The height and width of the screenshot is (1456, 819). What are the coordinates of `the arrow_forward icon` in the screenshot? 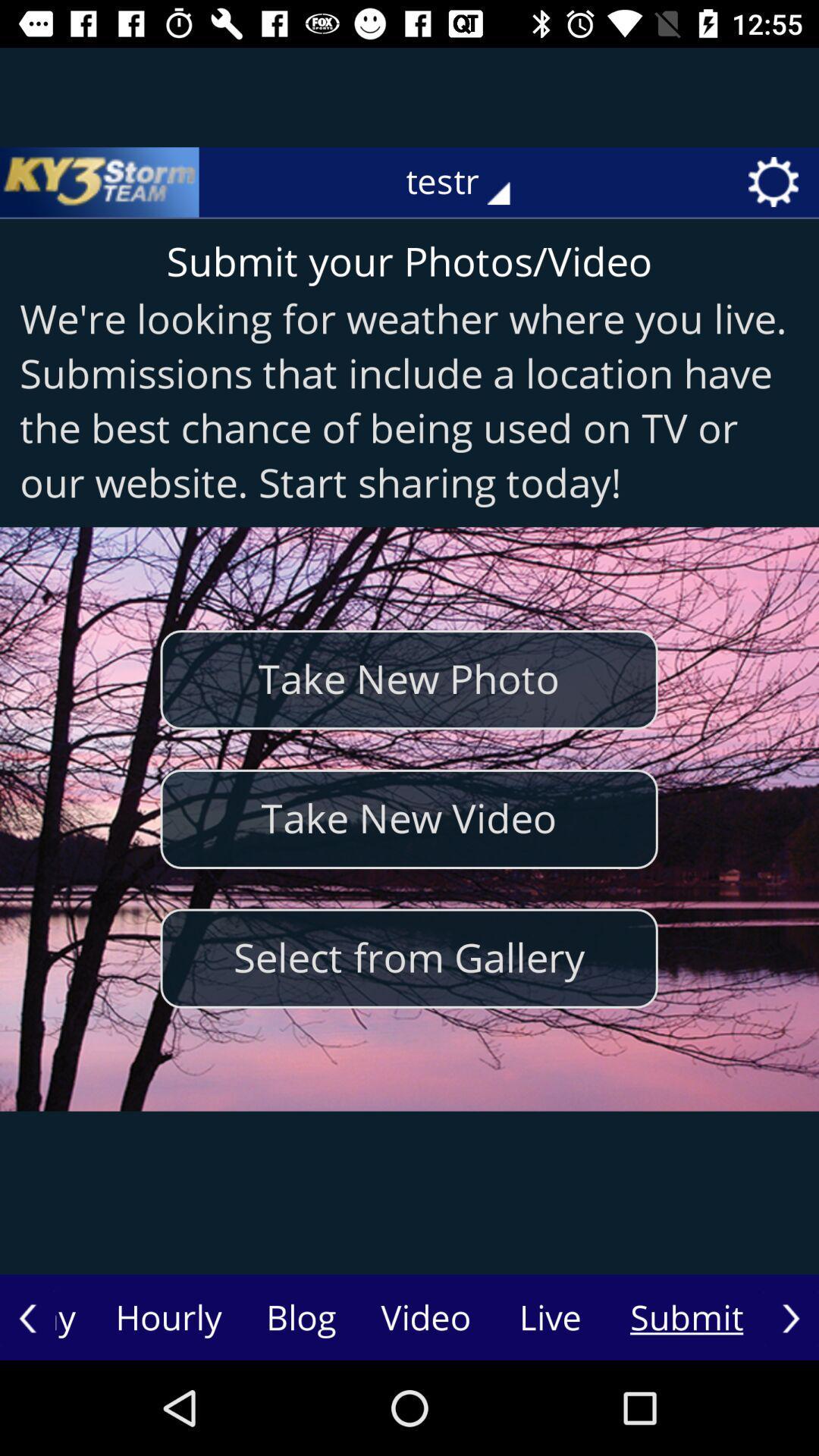 It's located at (790, 1317).